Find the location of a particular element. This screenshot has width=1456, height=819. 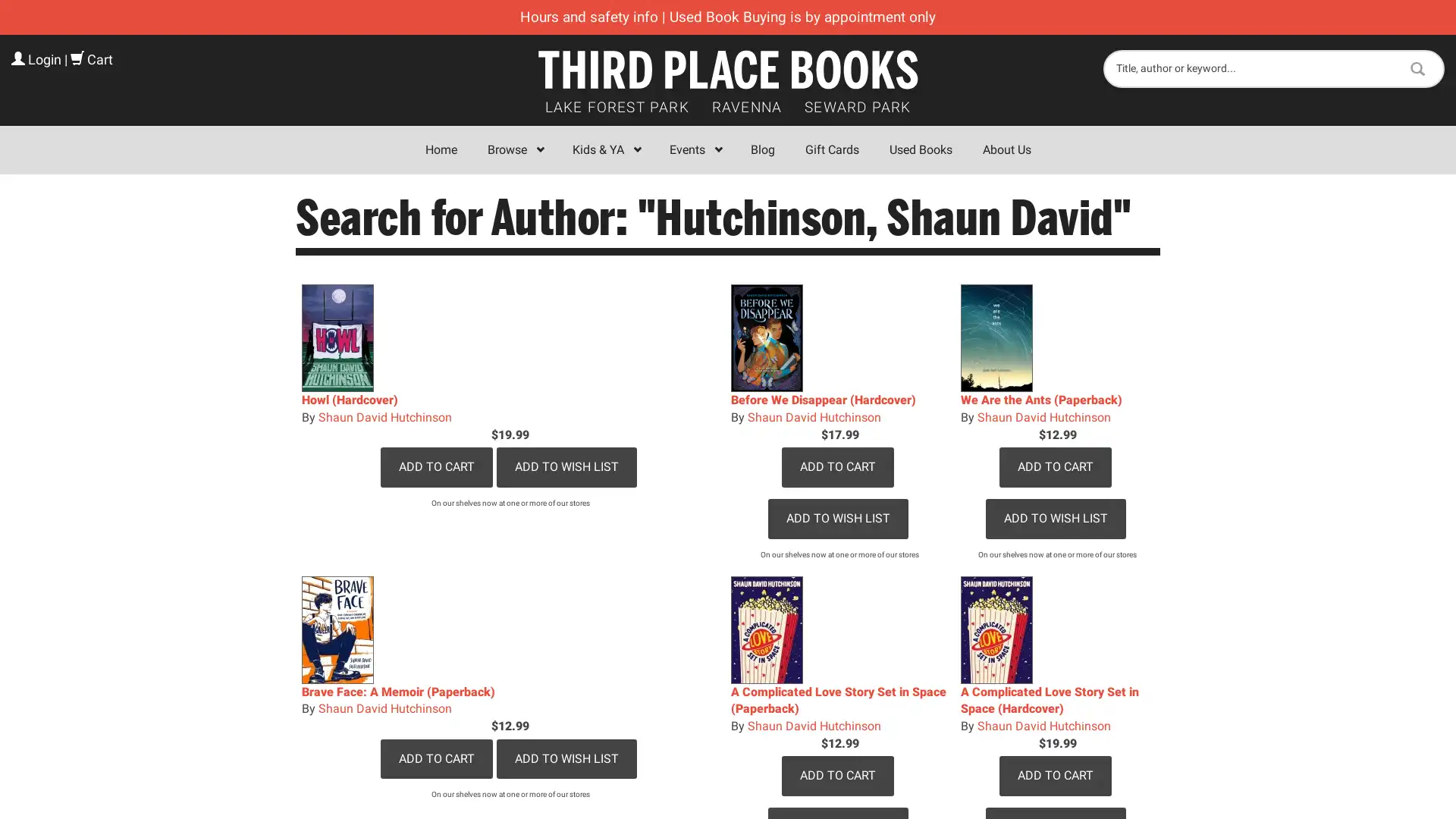

Add to Wish List is located at coordinates (1054, 517).